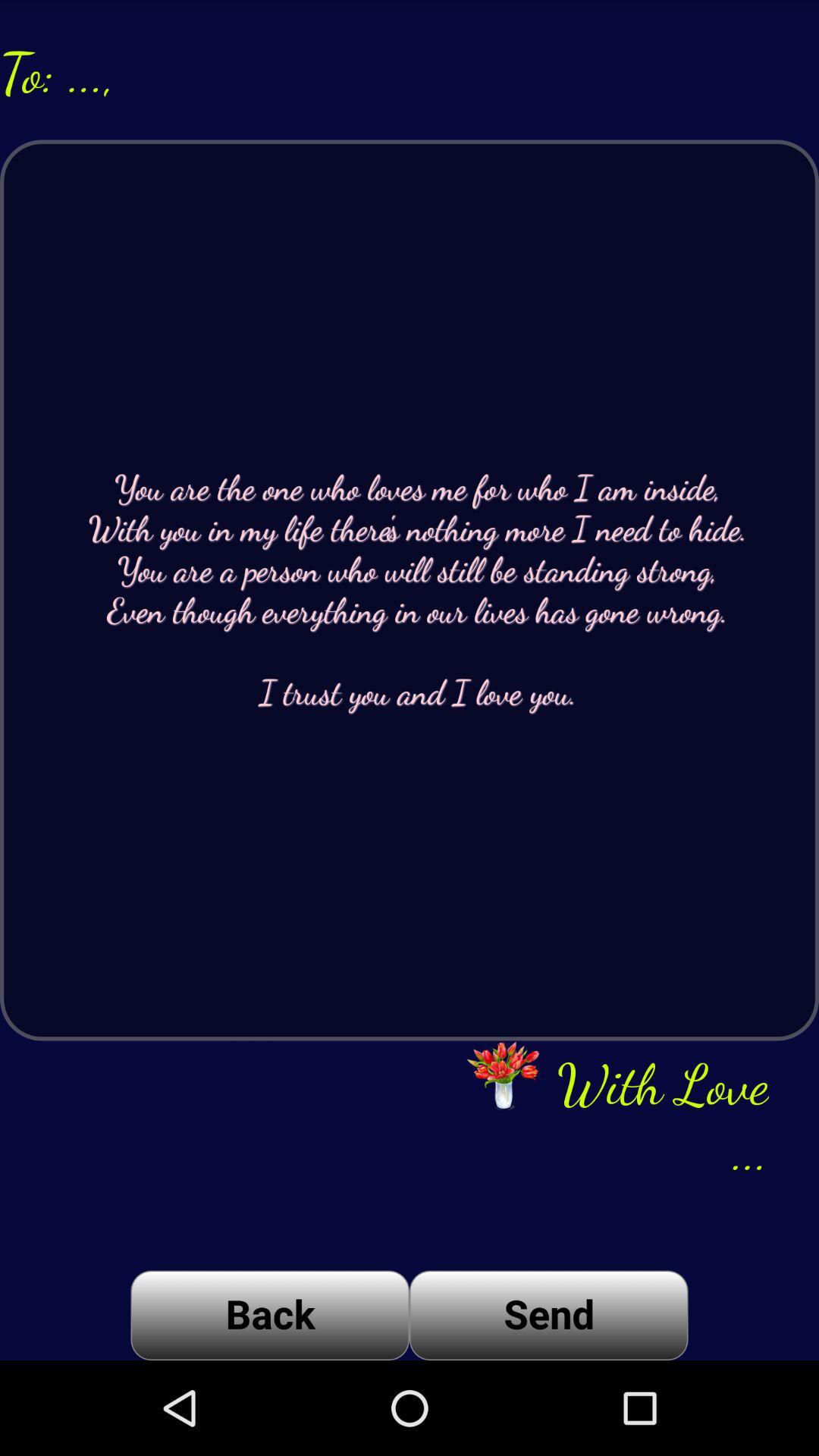  I want to click on you are the icon, so click(409, 589).